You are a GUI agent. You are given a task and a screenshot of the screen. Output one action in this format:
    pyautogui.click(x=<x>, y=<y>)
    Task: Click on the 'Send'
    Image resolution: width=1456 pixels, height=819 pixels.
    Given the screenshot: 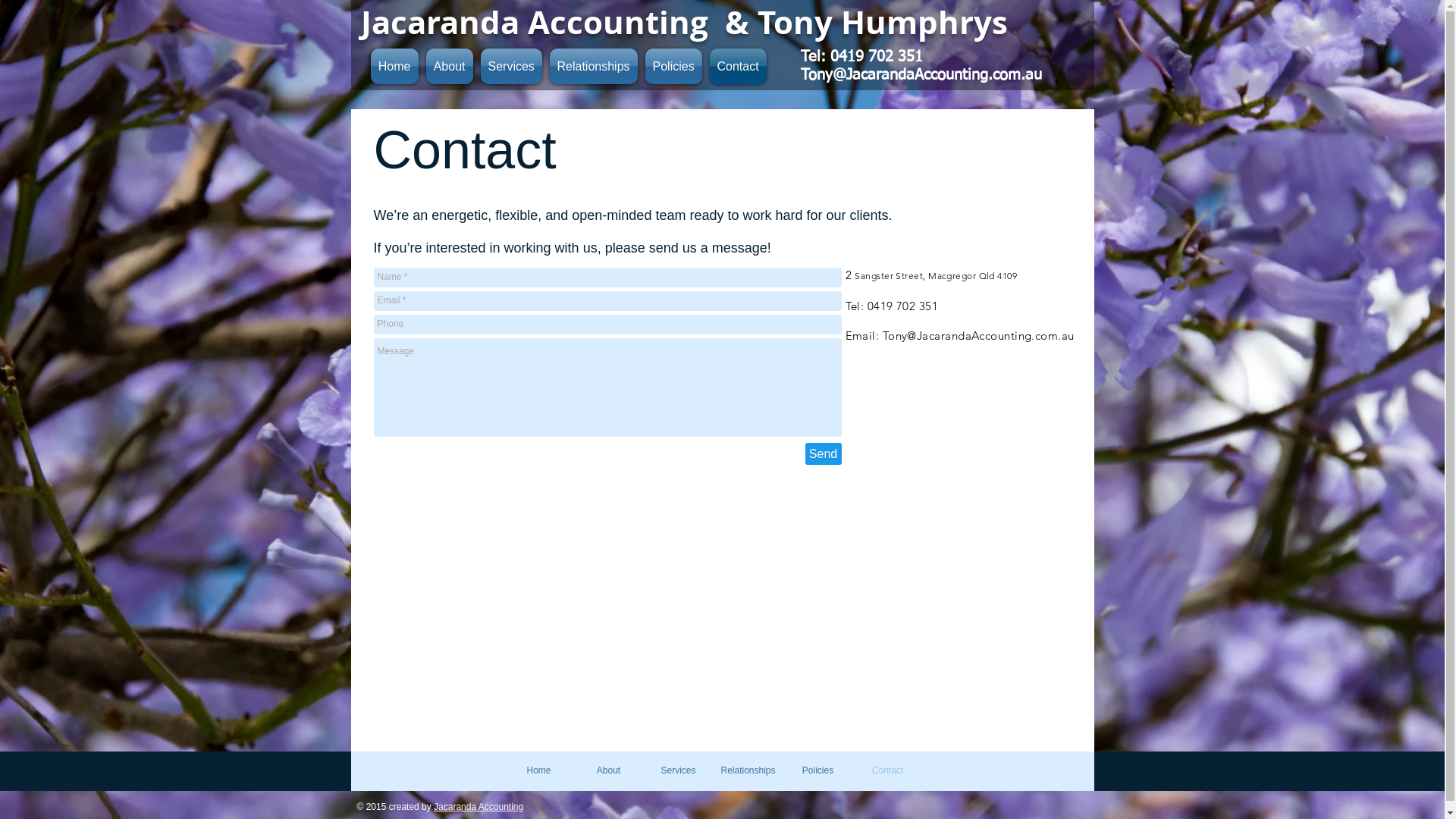 What is the action you would take?
    pyautogui.click(x=822, y=453)
    